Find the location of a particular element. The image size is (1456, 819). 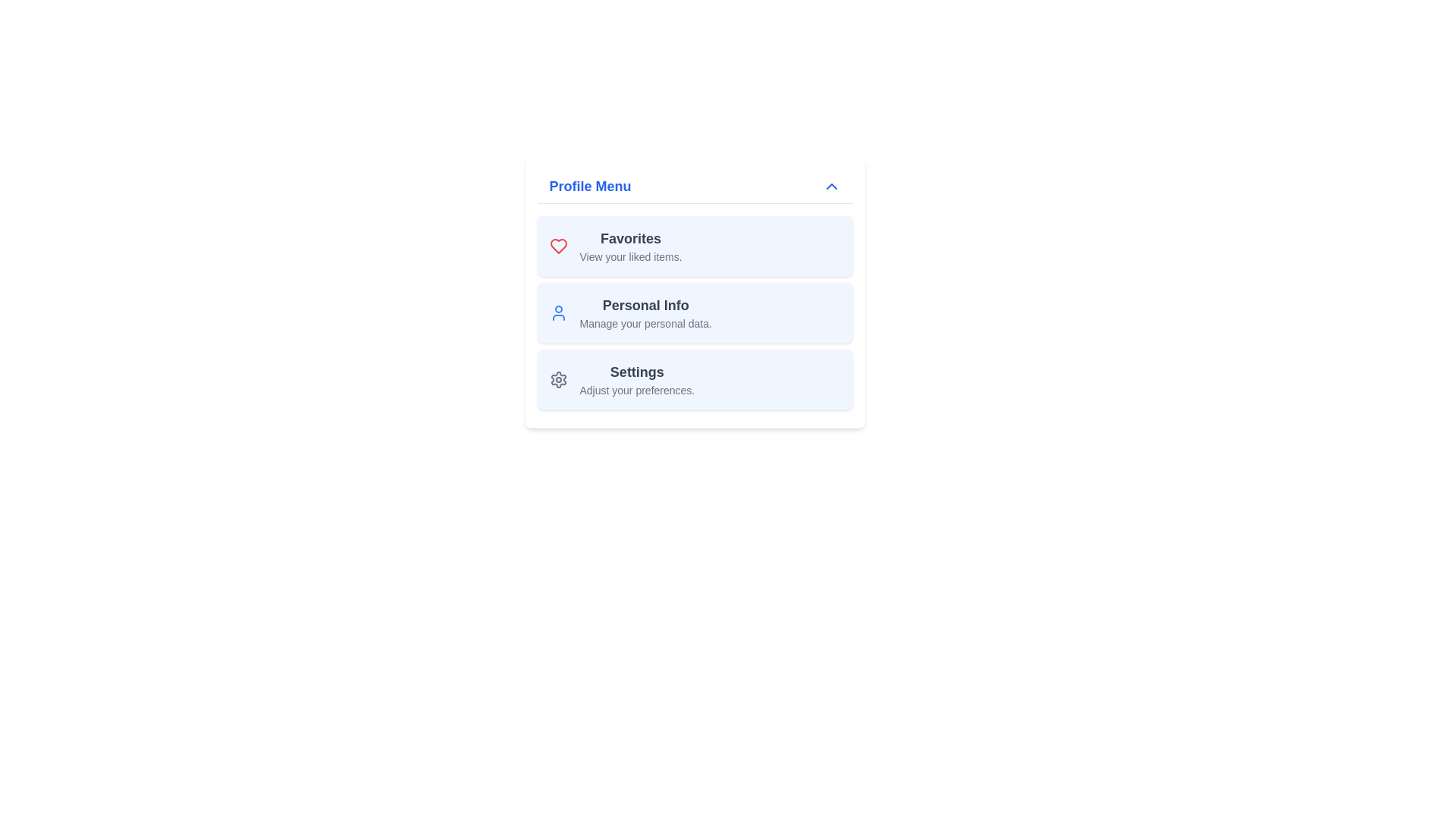

the 'Favorites' menu item under the heart icon in the Profile Menu is located at coordinates (631, 245).